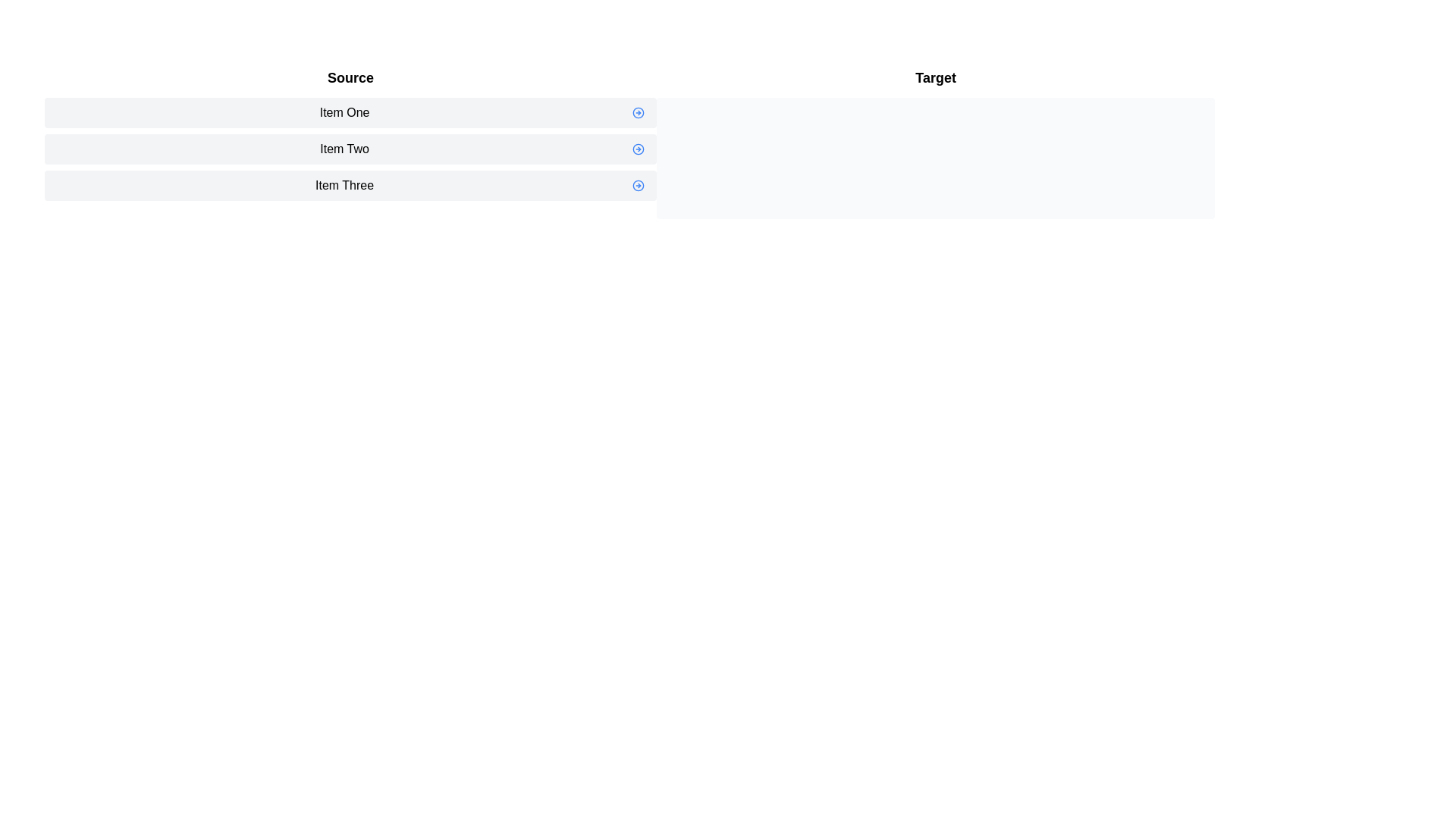 Image resolution: width=1456 pixels, height=819 pixels. What do you see at coordinates (935, 78) in the screenshot?
I see `the bold text label element containing the content 'Target' located at the top-left section of the interface` at bounding box center [935, 78].